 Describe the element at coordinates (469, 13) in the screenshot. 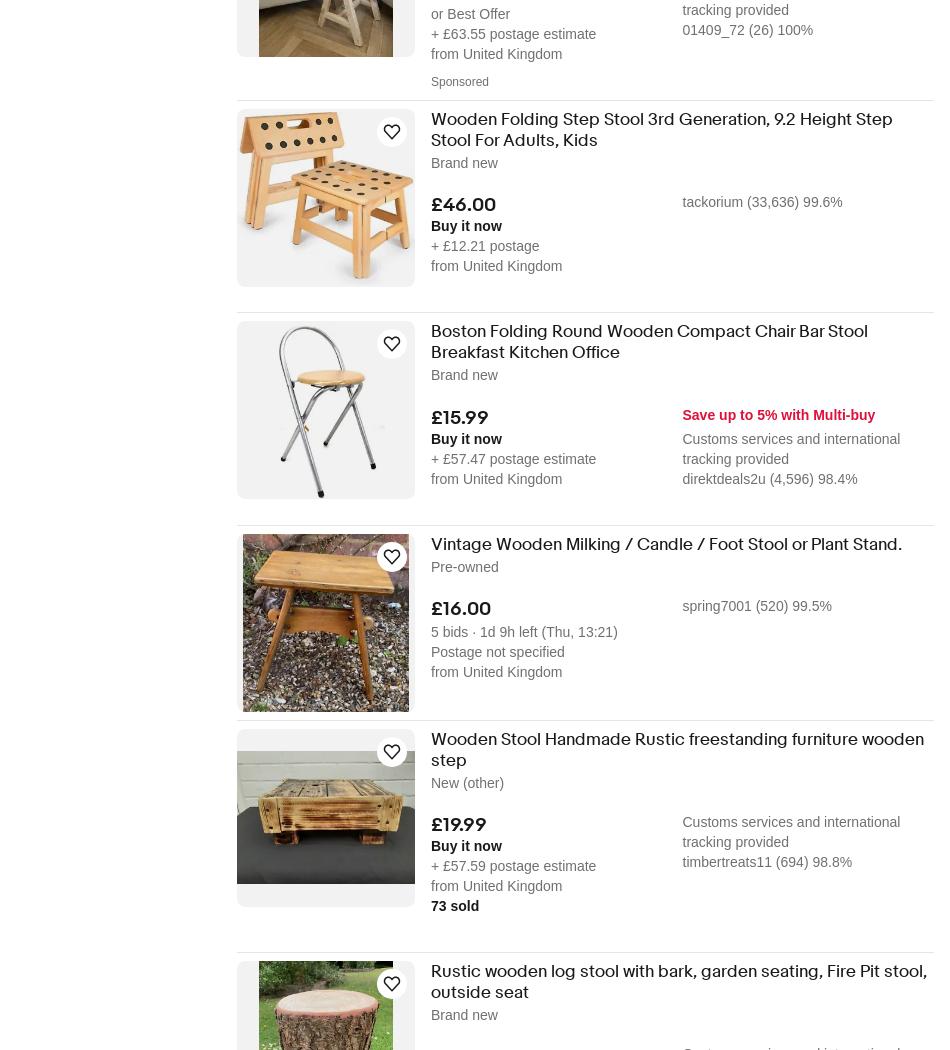

I see `'or Best Offer'` at that location.